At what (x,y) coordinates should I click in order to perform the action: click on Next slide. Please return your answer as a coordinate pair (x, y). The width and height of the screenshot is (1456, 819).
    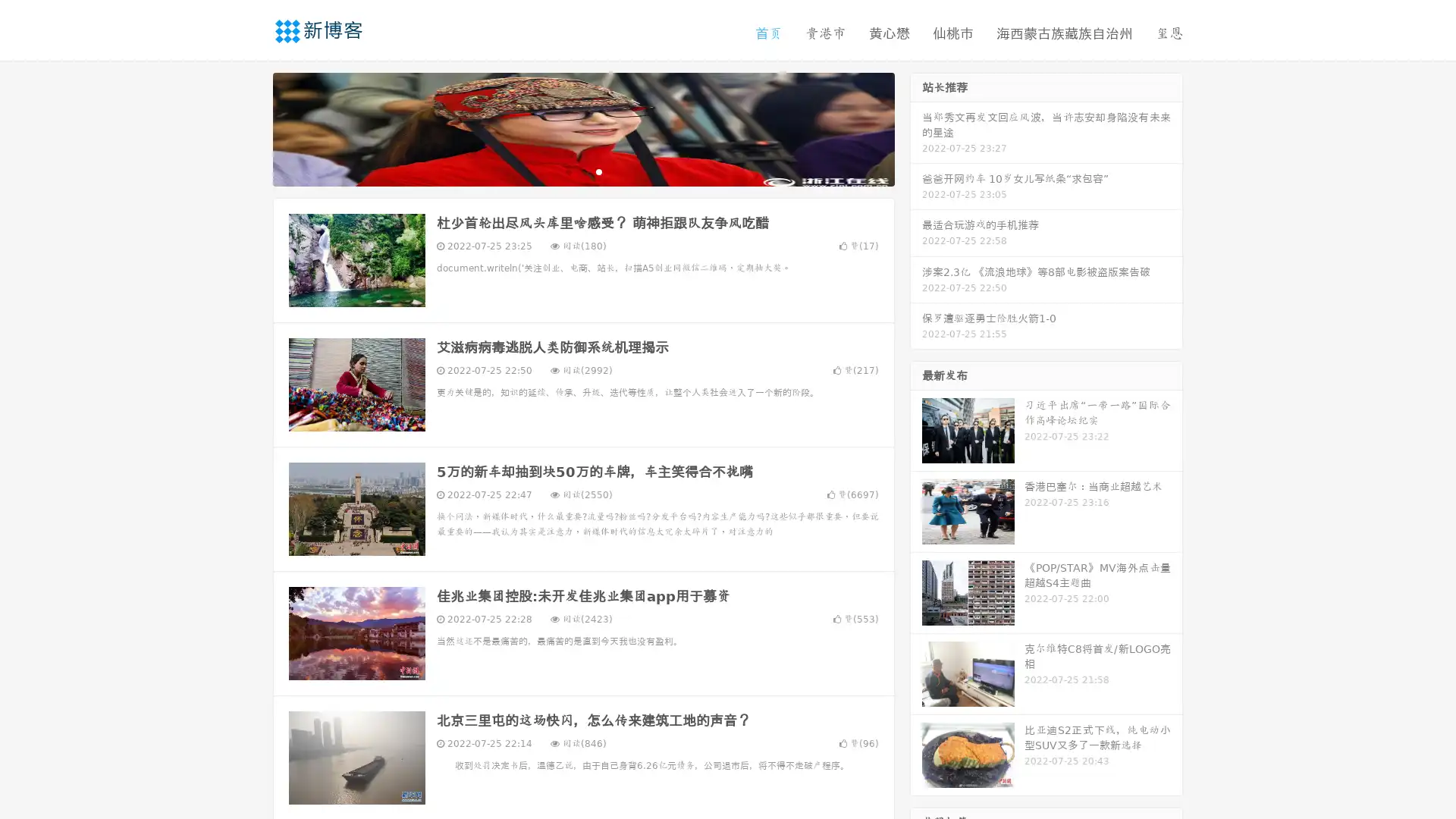
    Looking at the image, I should click on (916, 127).